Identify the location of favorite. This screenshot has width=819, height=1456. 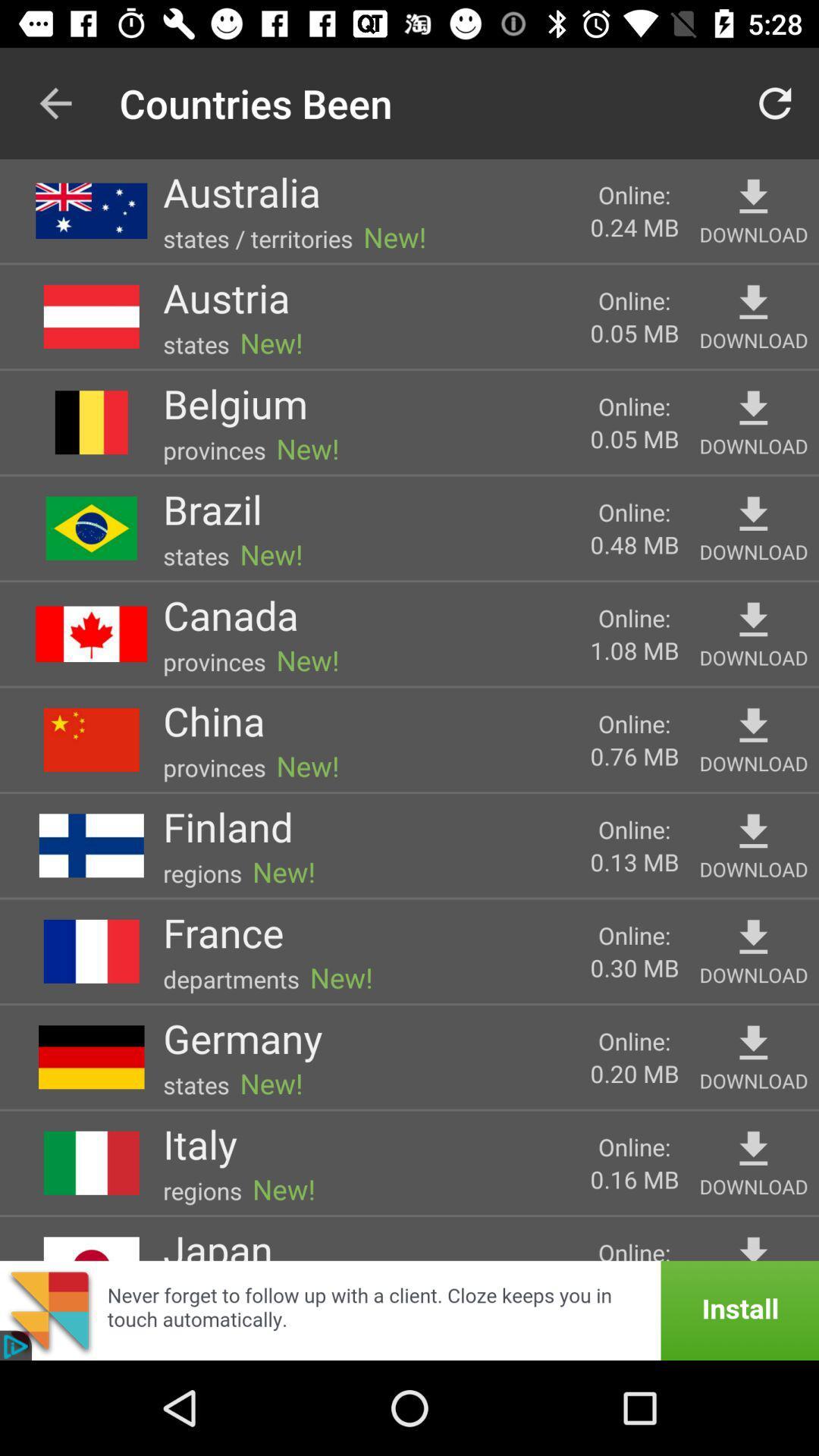
(753, 303).